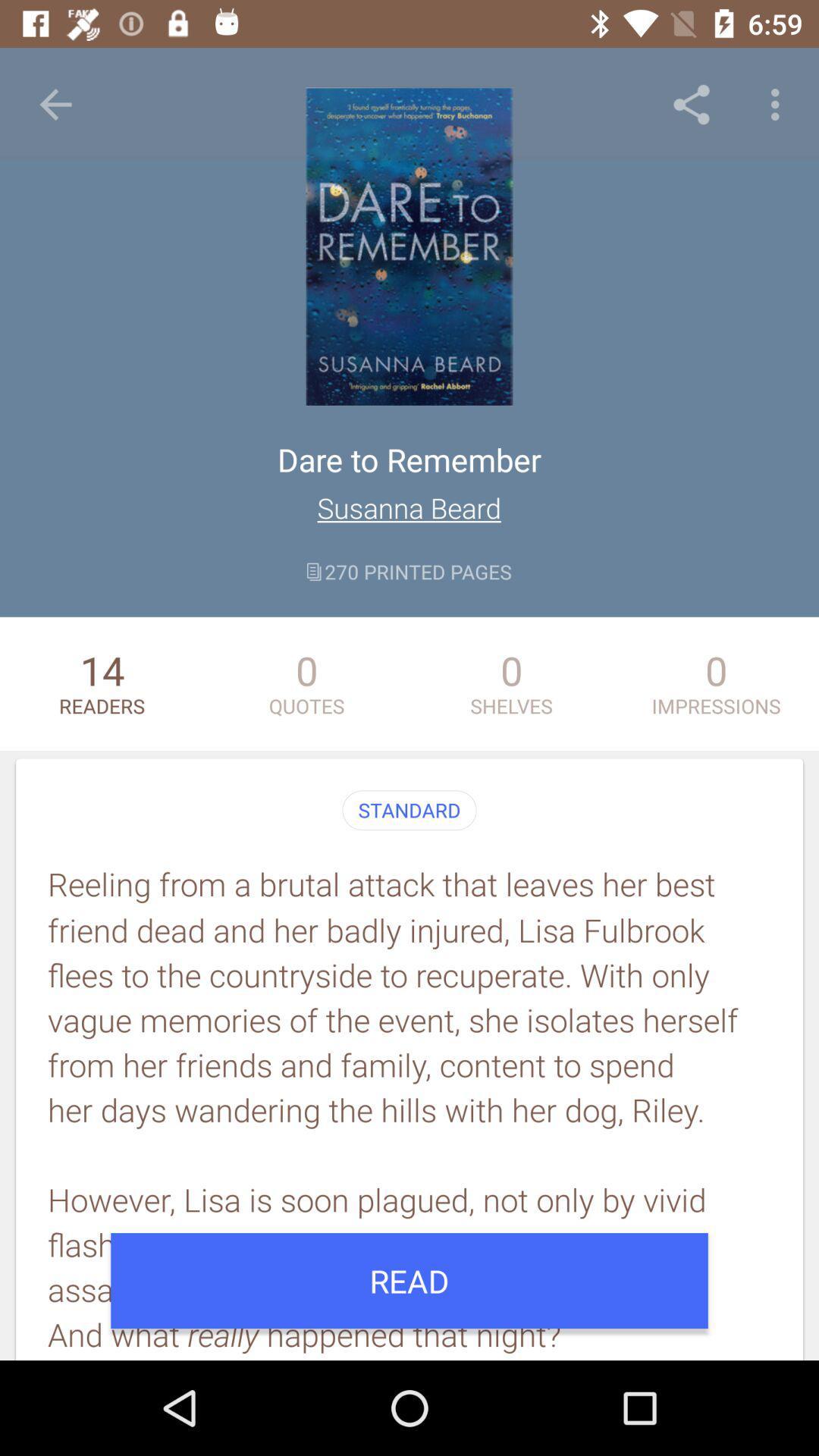  I want to click on item above the 270 printed pages item, so click(408, 507).